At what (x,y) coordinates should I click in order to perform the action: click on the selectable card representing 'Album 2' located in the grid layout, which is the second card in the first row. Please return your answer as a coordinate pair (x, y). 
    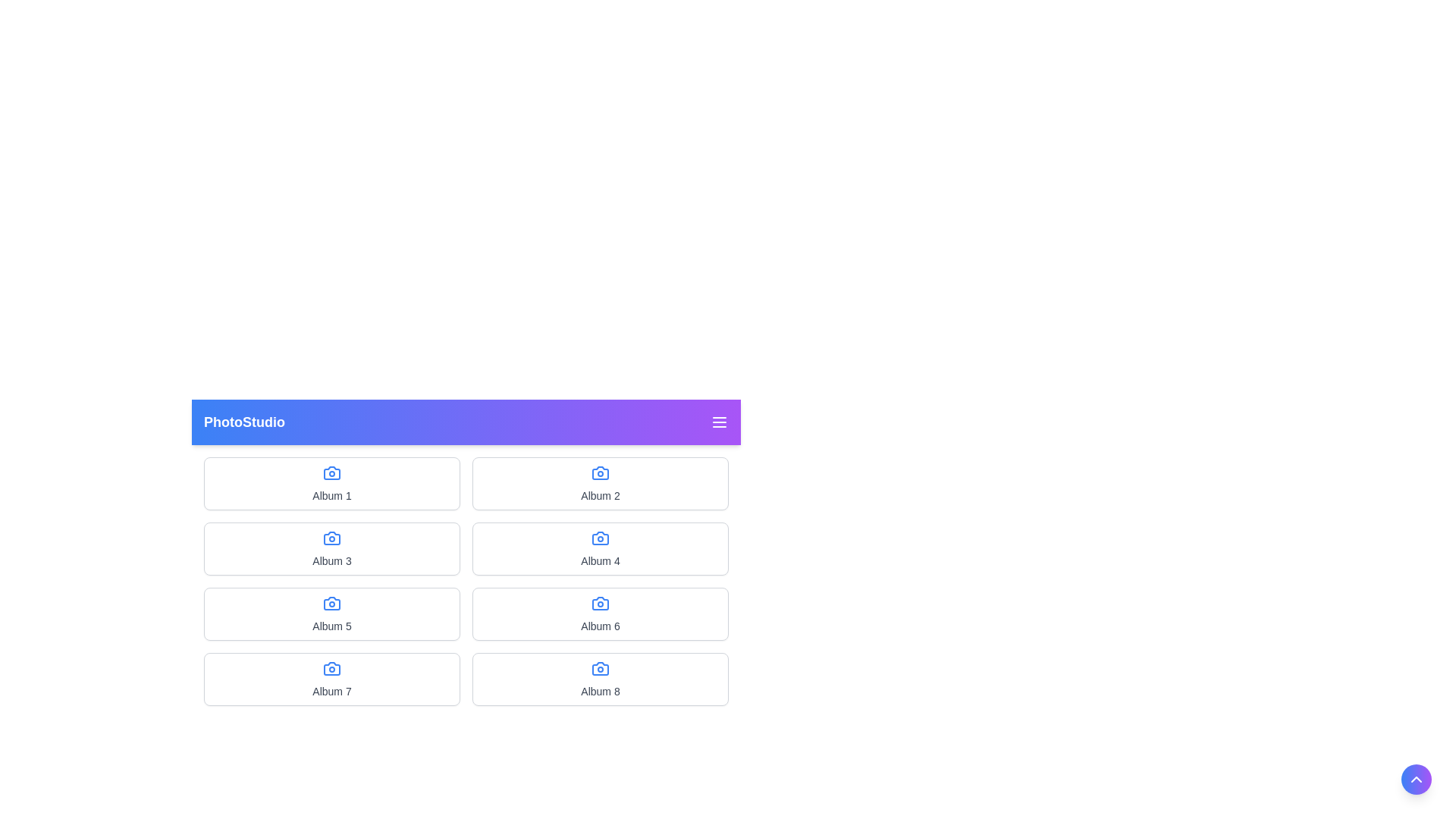
    Looking at the image, I should click on (600, 483).